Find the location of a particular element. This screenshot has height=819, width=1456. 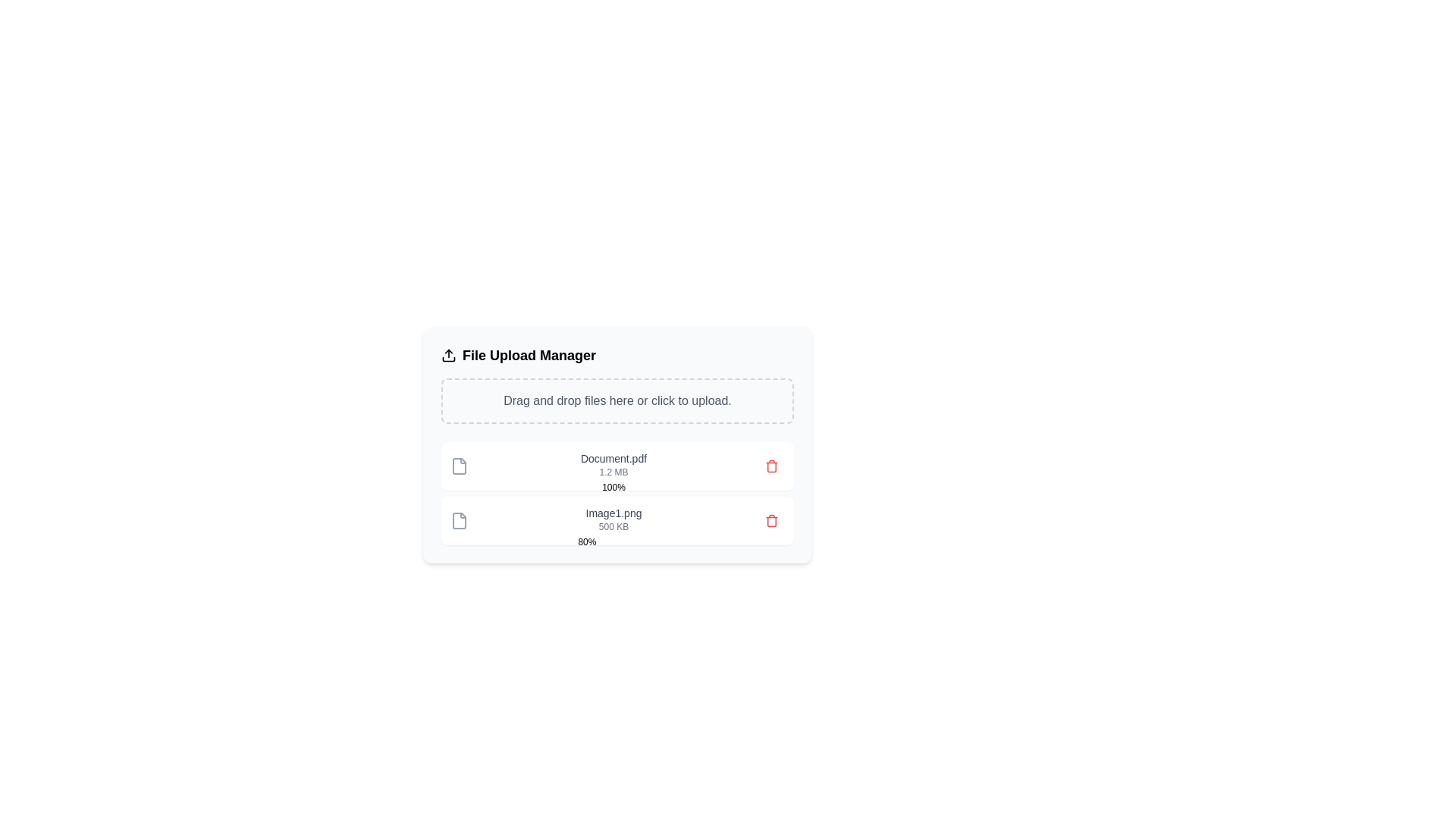

the document icon located next to the filename 'Image1.png' in the bottom row of the visible file list, which has a neutral gray color scheme and is styled with an outline is located at coordinates (458, 519).